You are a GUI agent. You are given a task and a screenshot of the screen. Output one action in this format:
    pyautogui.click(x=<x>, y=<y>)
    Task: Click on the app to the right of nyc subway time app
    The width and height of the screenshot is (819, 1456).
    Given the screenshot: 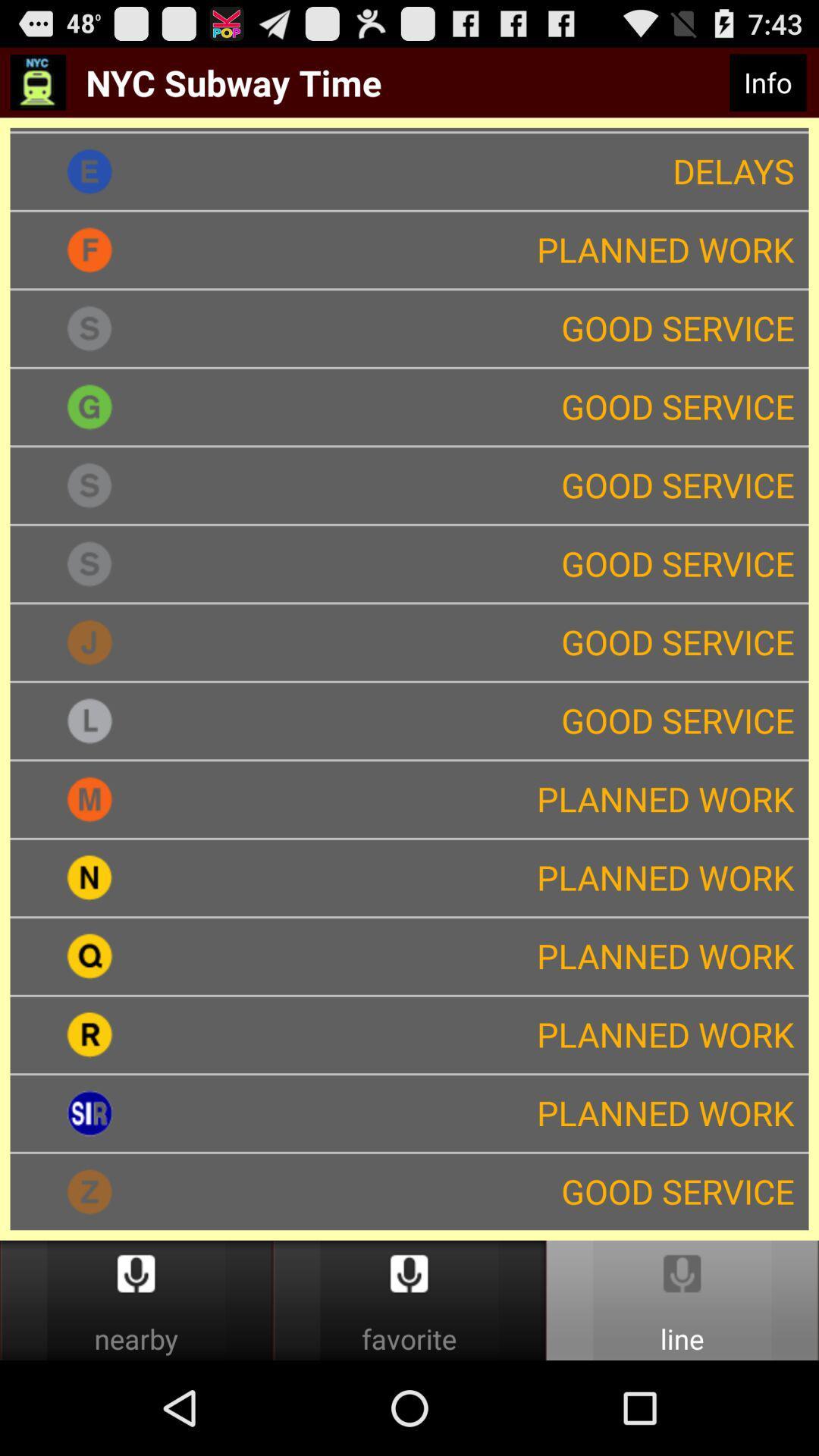 What is the action you would take?
    pyautogui.click(x=767, y=82)
    